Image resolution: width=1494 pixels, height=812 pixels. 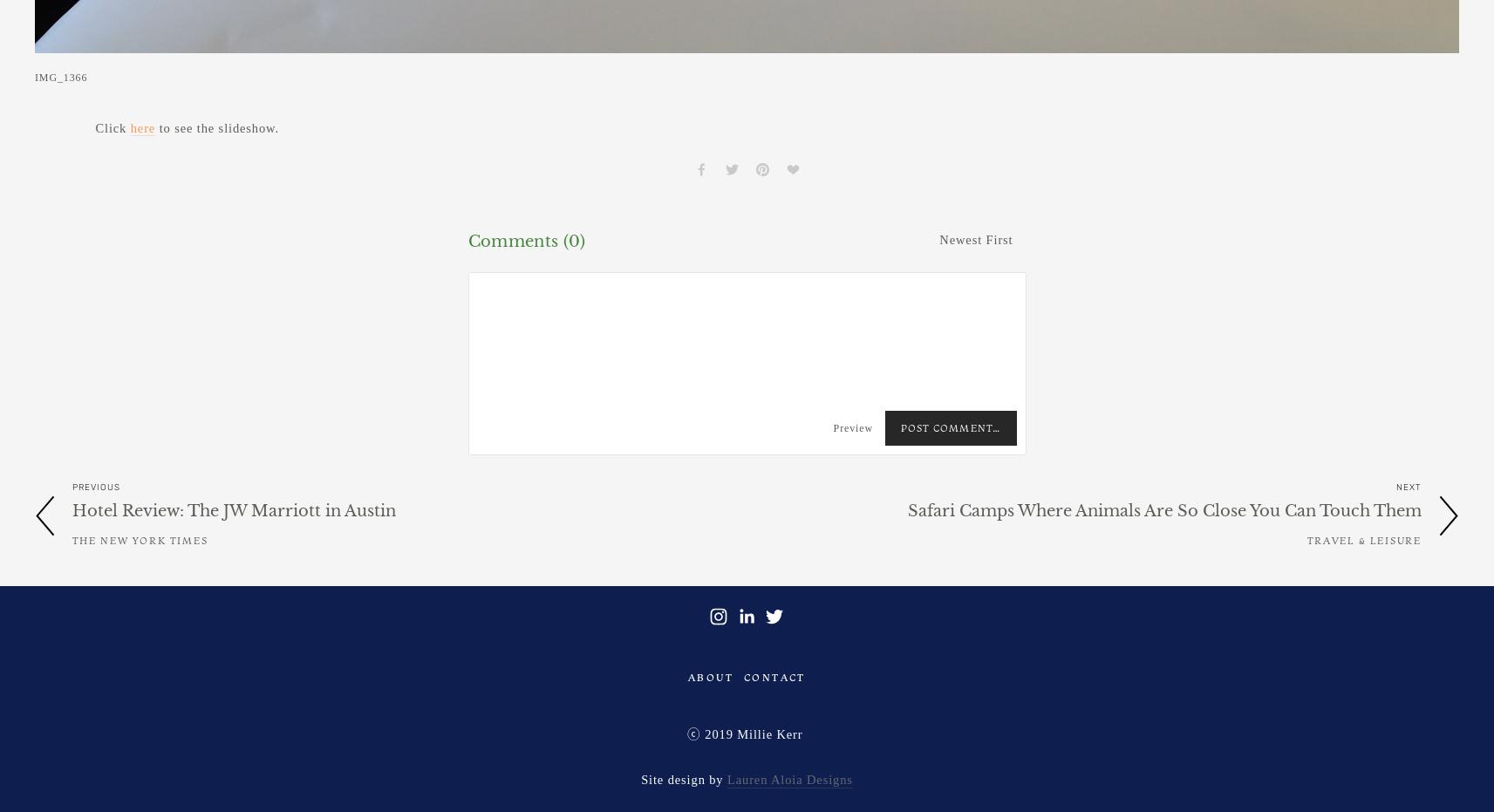 I want to click on 'Post Comment…', so click(x=899, y=427).